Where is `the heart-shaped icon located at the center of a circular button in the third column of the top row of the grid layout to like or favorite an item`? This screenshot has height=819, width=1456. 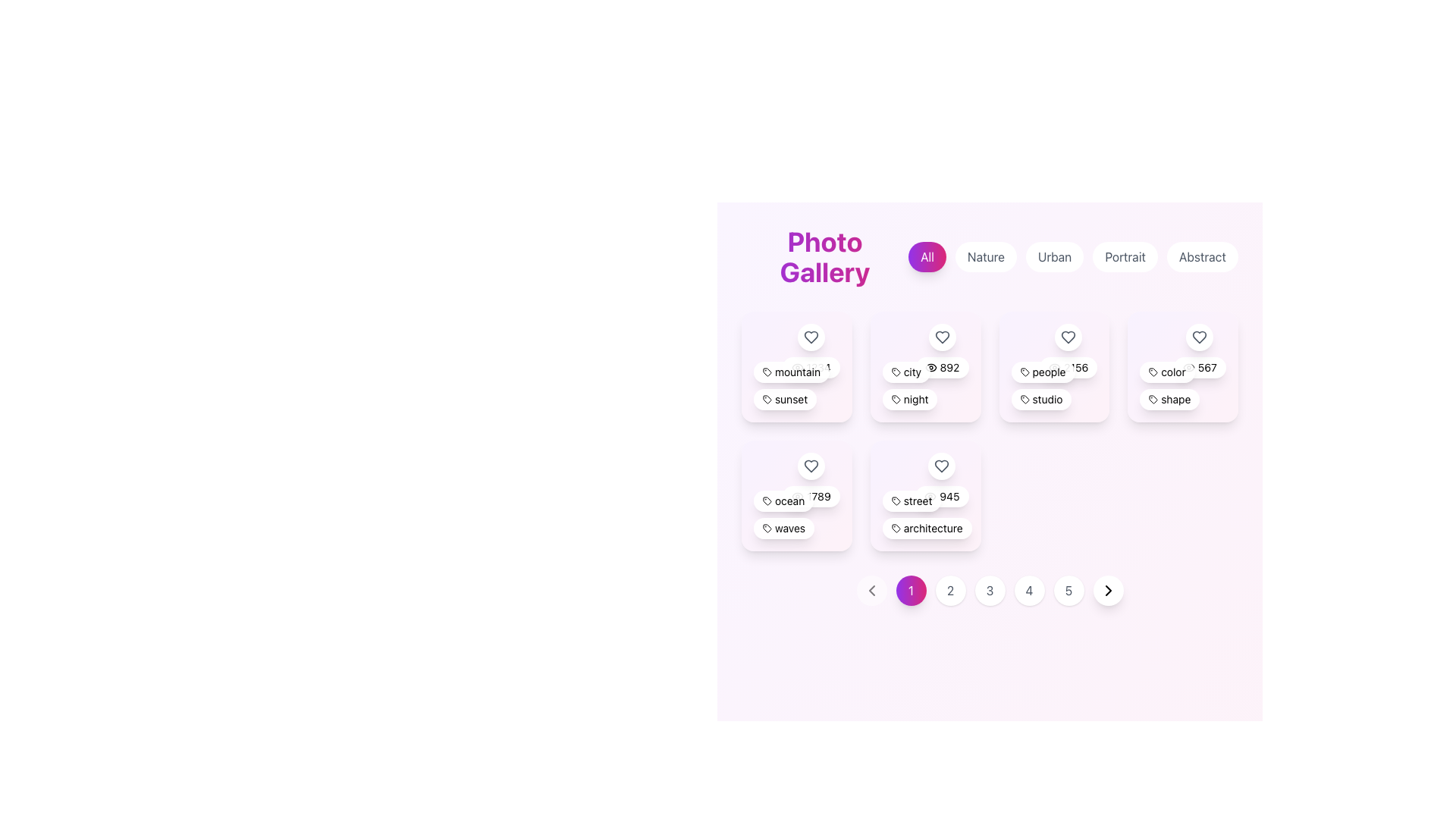
the heart-shaped icon located at the center of a circular button in the third column of the top row of the grid layout to like or favorite an item is located at coordinates (1068, 336).